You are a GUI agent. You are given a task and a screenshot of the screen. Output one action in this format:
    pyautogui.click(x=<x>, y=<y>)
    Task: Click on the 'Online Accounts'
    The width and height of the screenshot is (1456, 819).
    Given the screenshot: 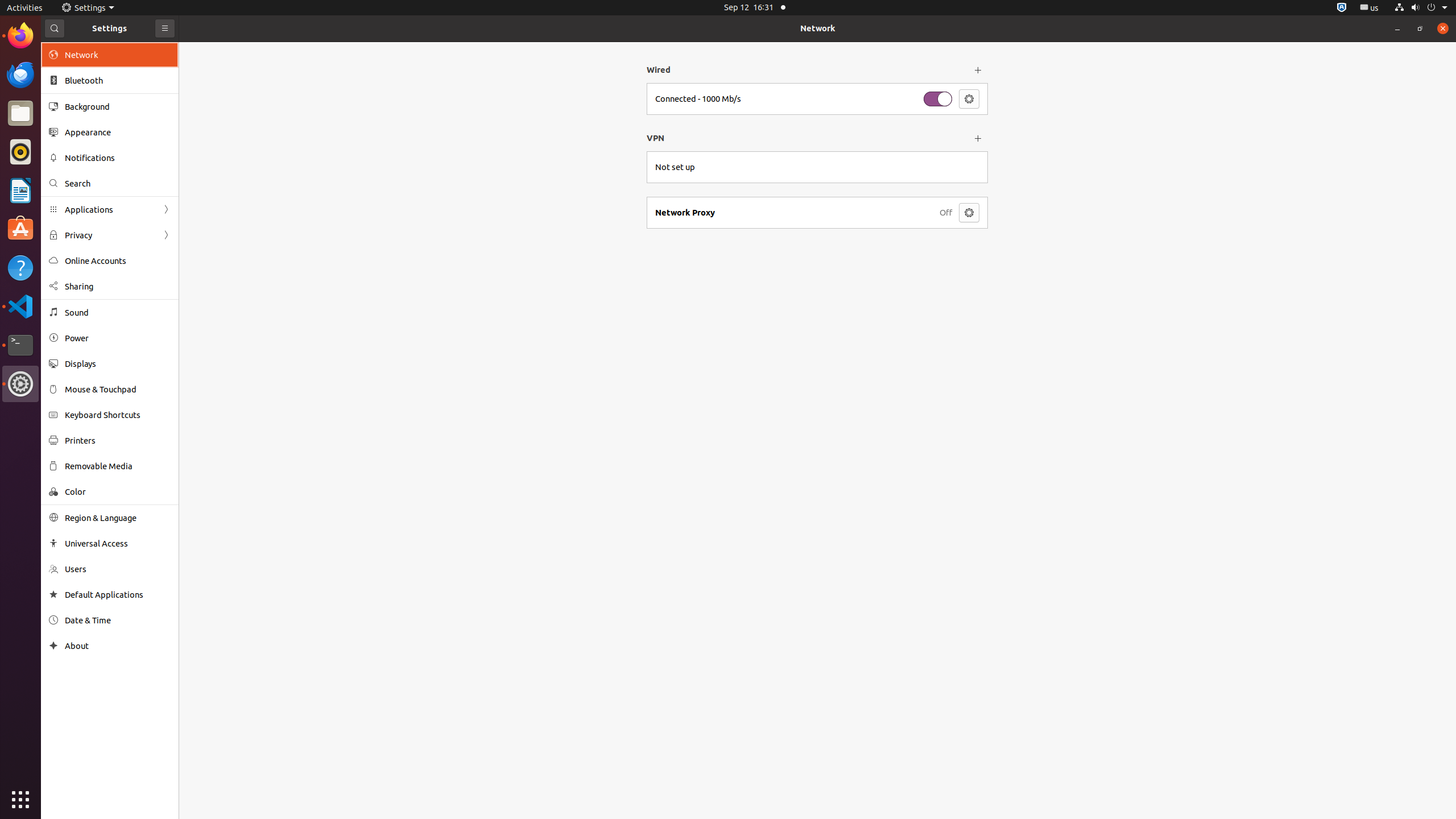 What is the action you would take?
    pyautogui.click(x=118, y=260)
    